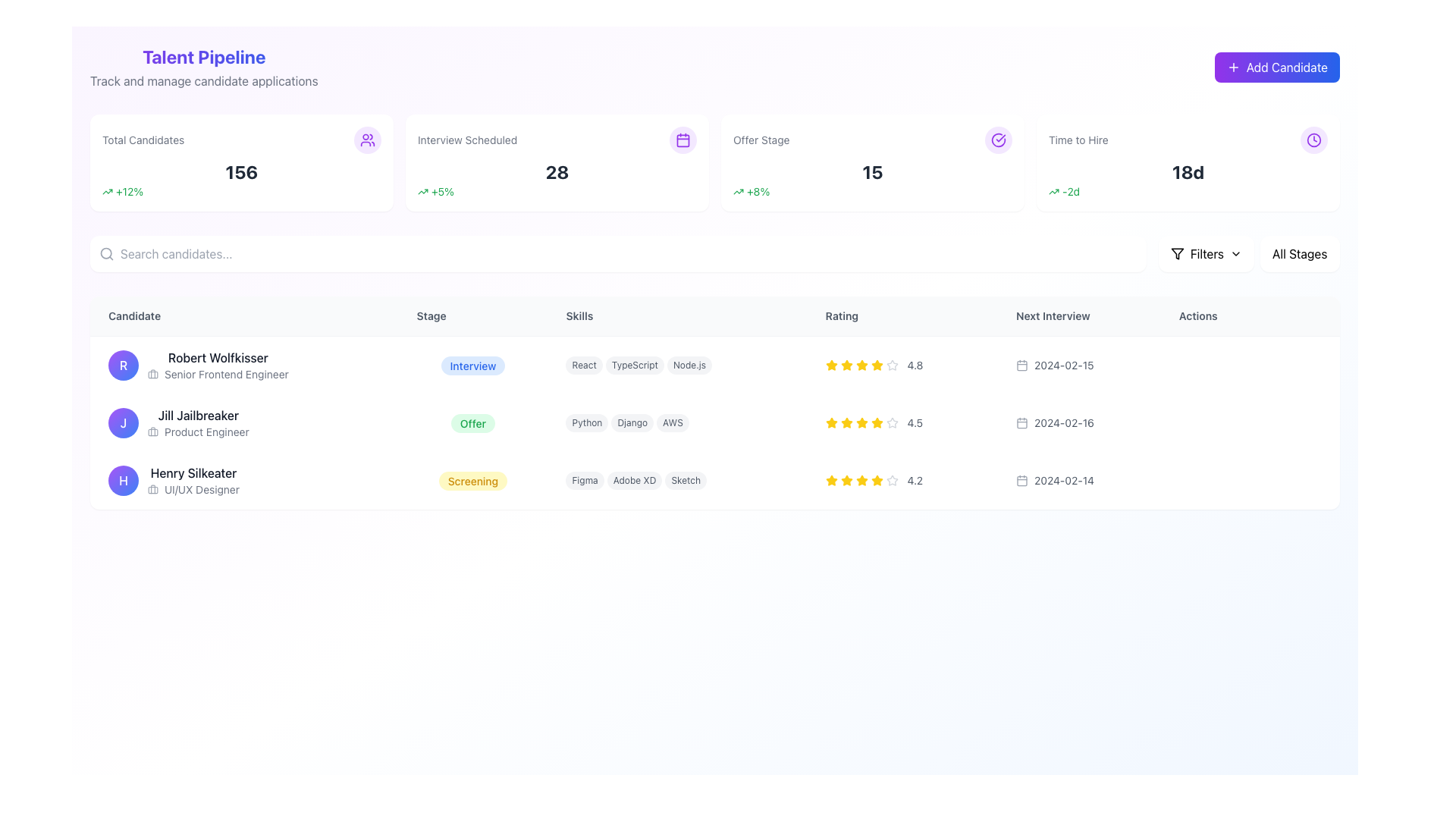  Describe the element at coordinates (914, 366) in the screenshot. I see `the text label displaying the rating '4.8' in the 'Rating' column of the first row of the data table, which is positioned to the right of the five-star rating system` at that location.